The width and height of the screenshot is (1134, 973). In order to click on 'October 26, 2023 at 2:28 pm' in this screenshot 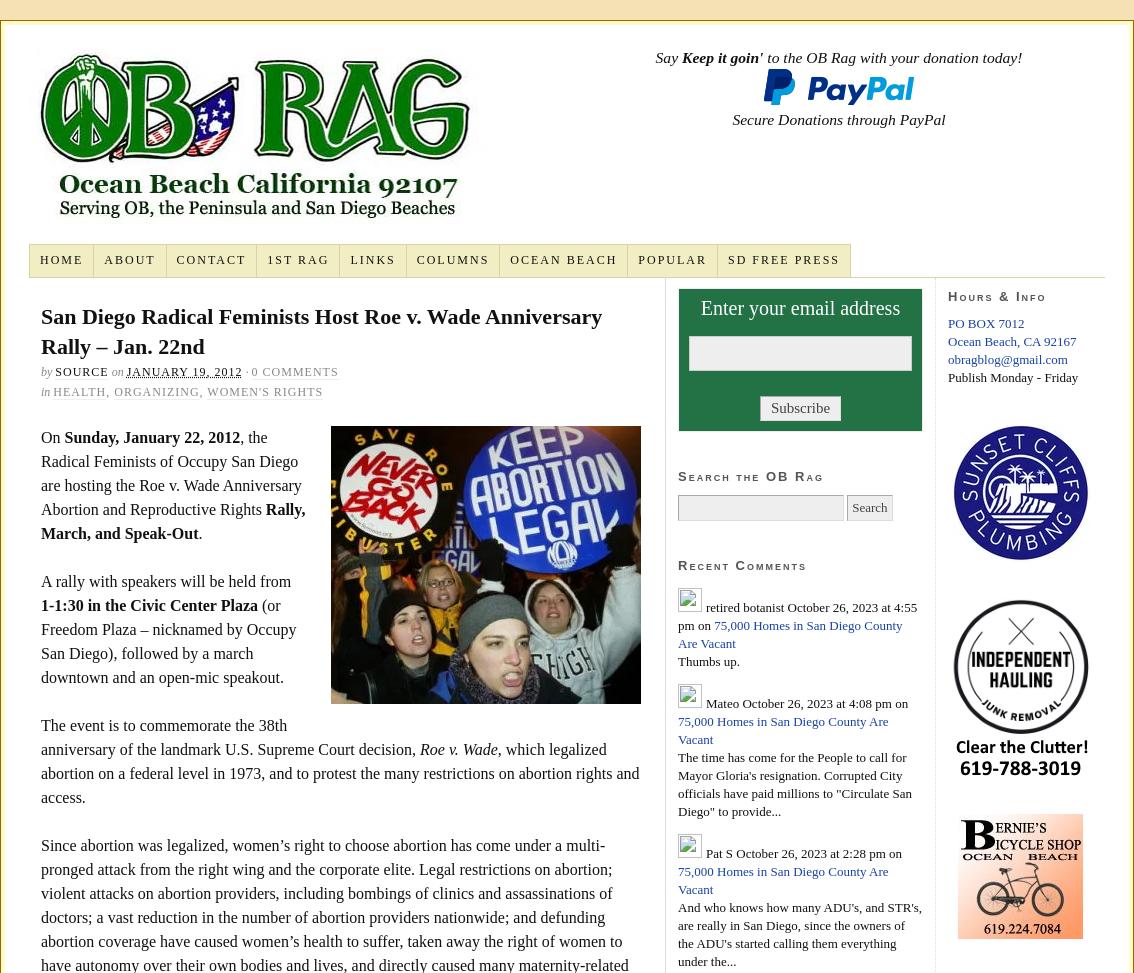, I will do `click(808, 852)`.